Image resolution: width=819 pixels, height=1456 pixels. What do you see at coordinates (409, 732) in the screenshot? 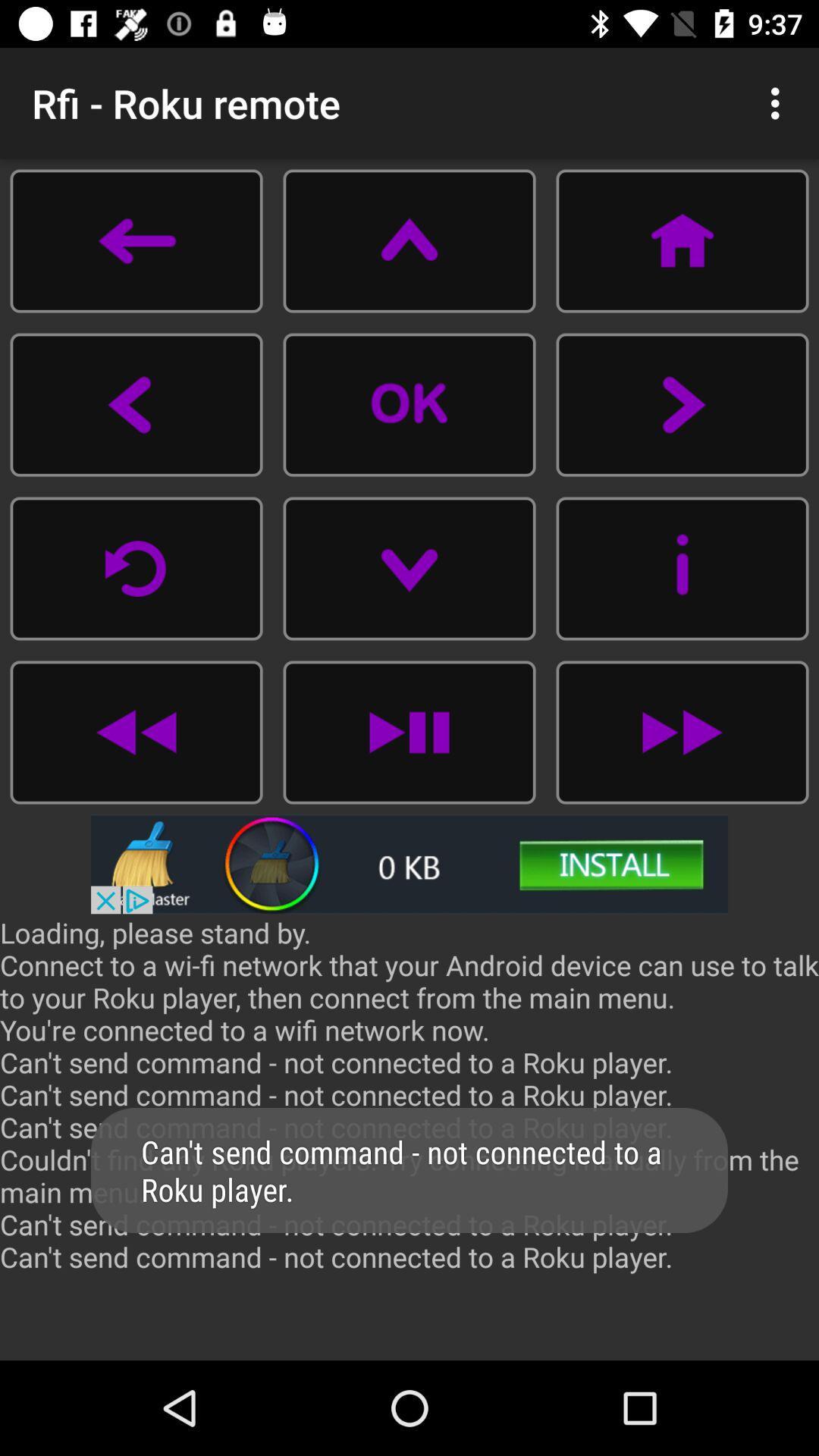
I see `the skip_next icon` at bounding box center [409, 732].